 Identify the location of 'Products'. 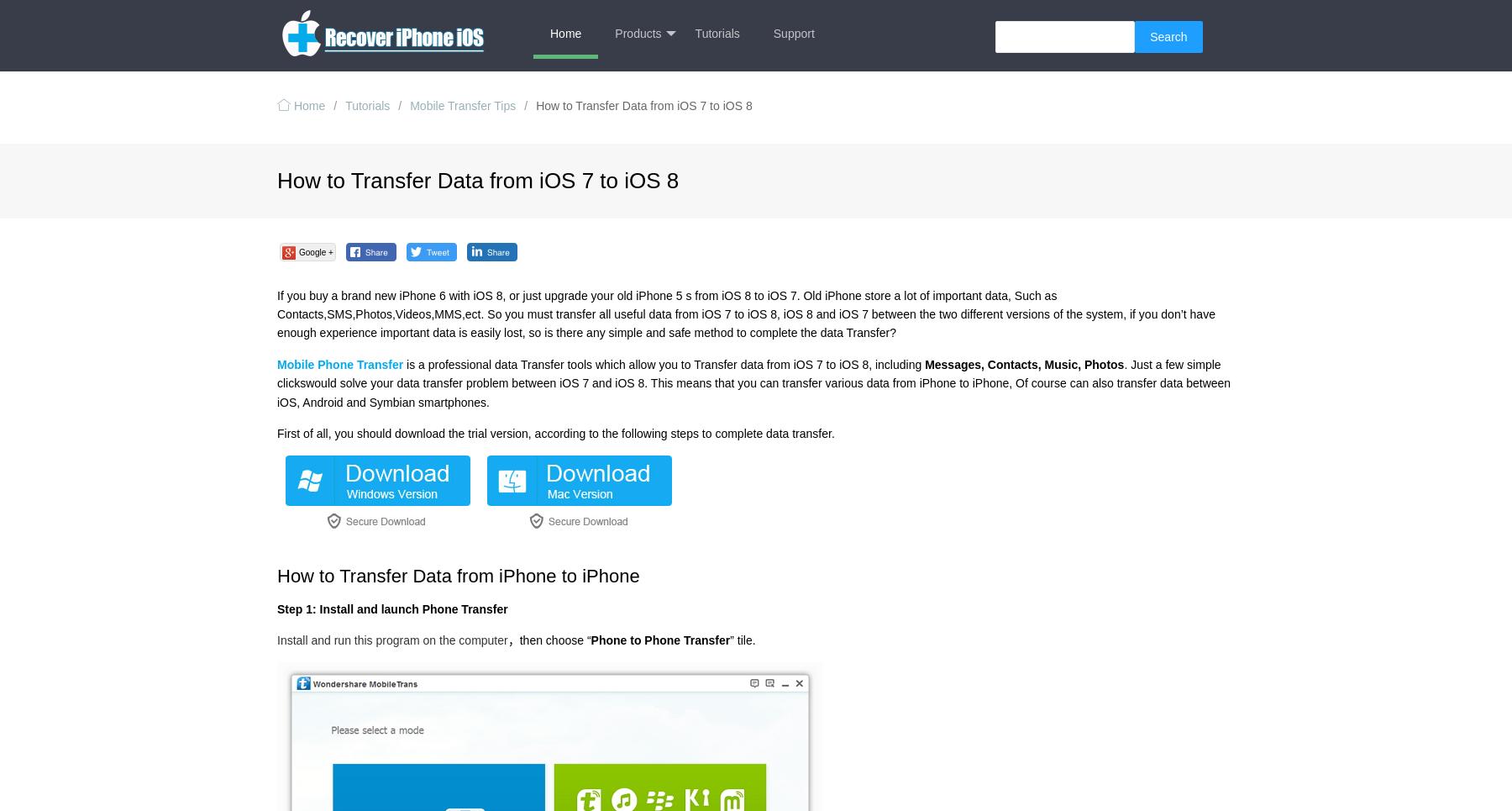
(637, 34).